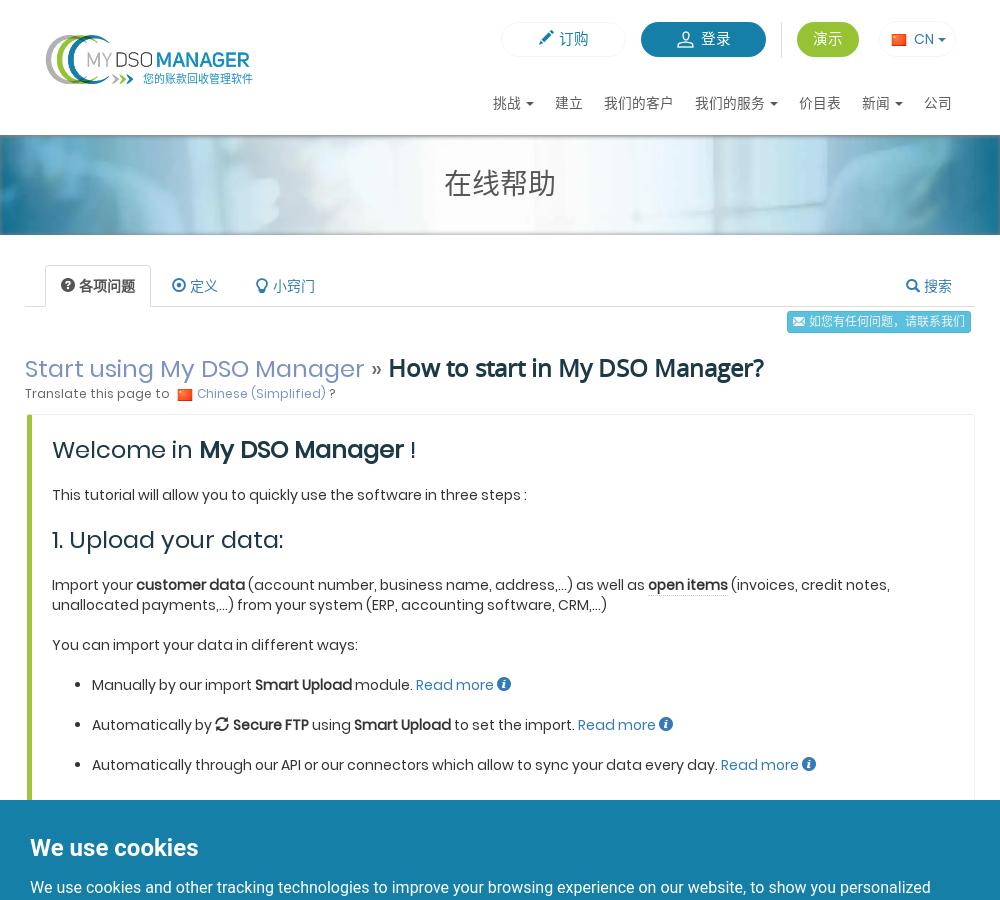 This screenshot has width=1000, height=900. Describe the element at coordinates (25, 368) in the screenshot. I see `'Start using My DSO Manager'` at that location.